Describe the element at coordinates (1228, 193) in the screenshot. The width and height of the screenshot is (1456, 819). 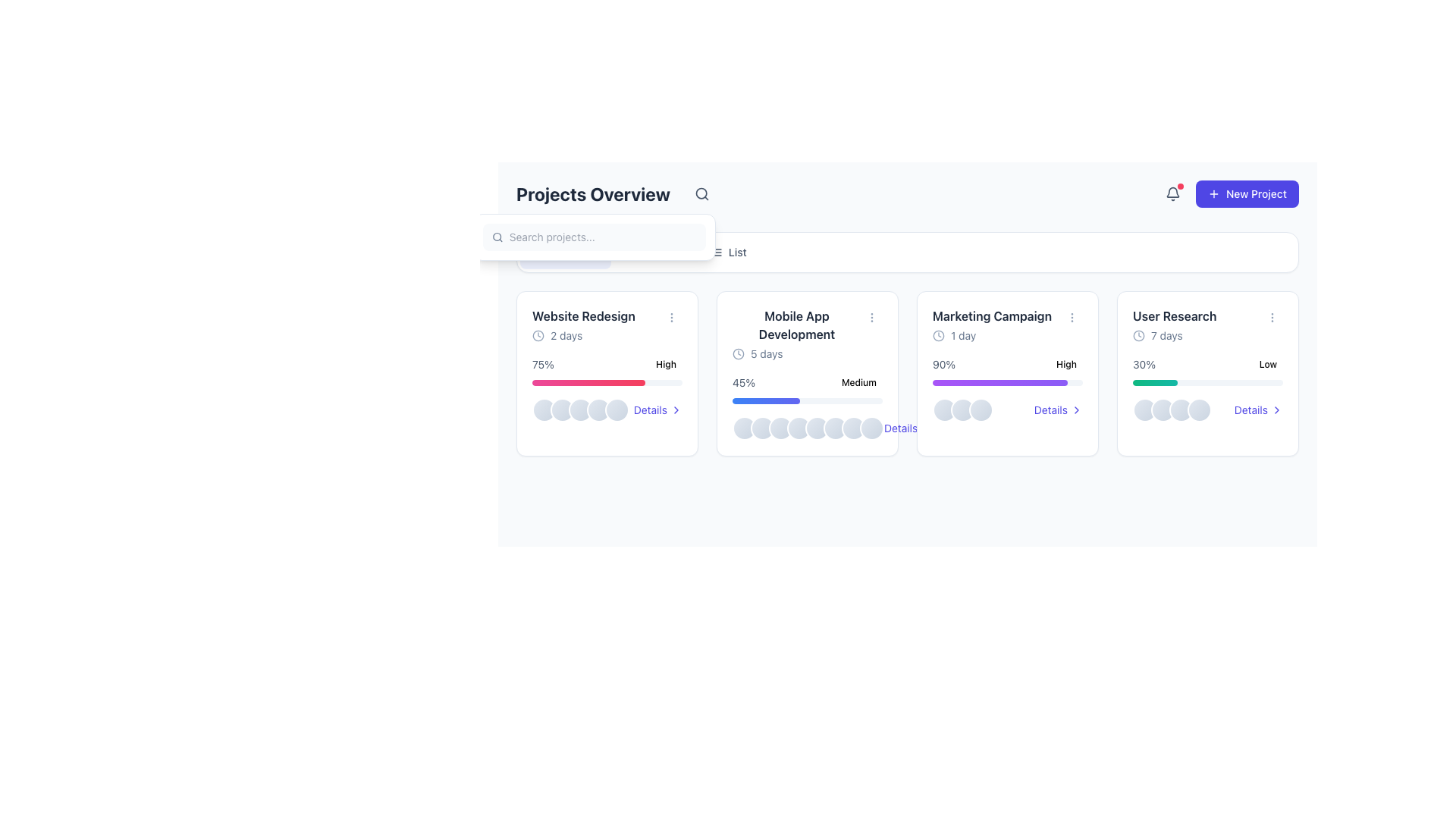
I see `the button located in the top-right corner of the 'Projects Overview' header bar to initiate the new project creation process` at that location.